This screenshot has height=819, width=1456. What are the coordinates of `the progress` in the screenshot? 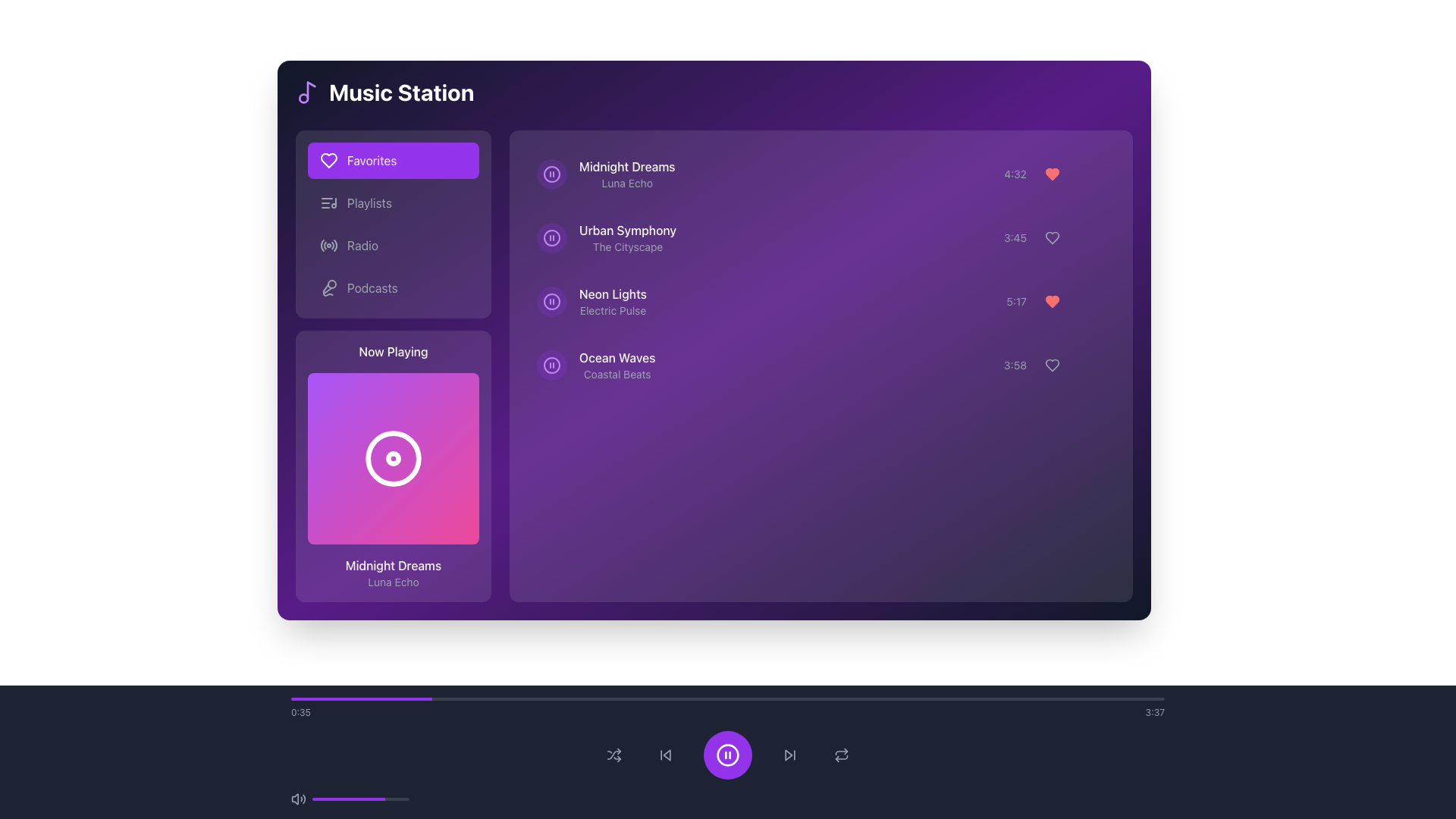 It's located at (337, 798).